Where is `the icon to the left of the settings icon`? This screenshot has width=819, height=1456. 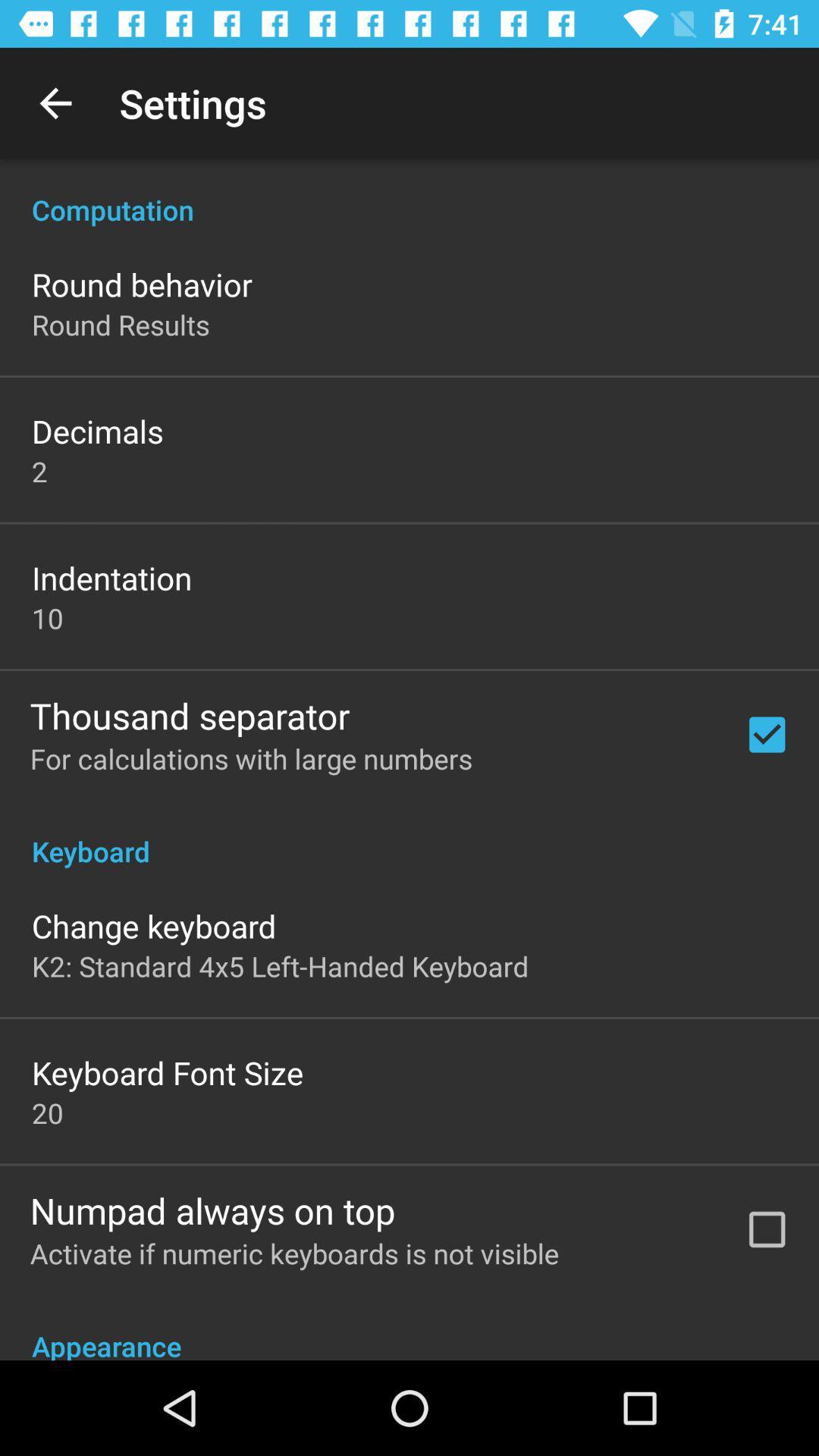 the icon to the left of the settings icon is located at coordinates (55, 102).